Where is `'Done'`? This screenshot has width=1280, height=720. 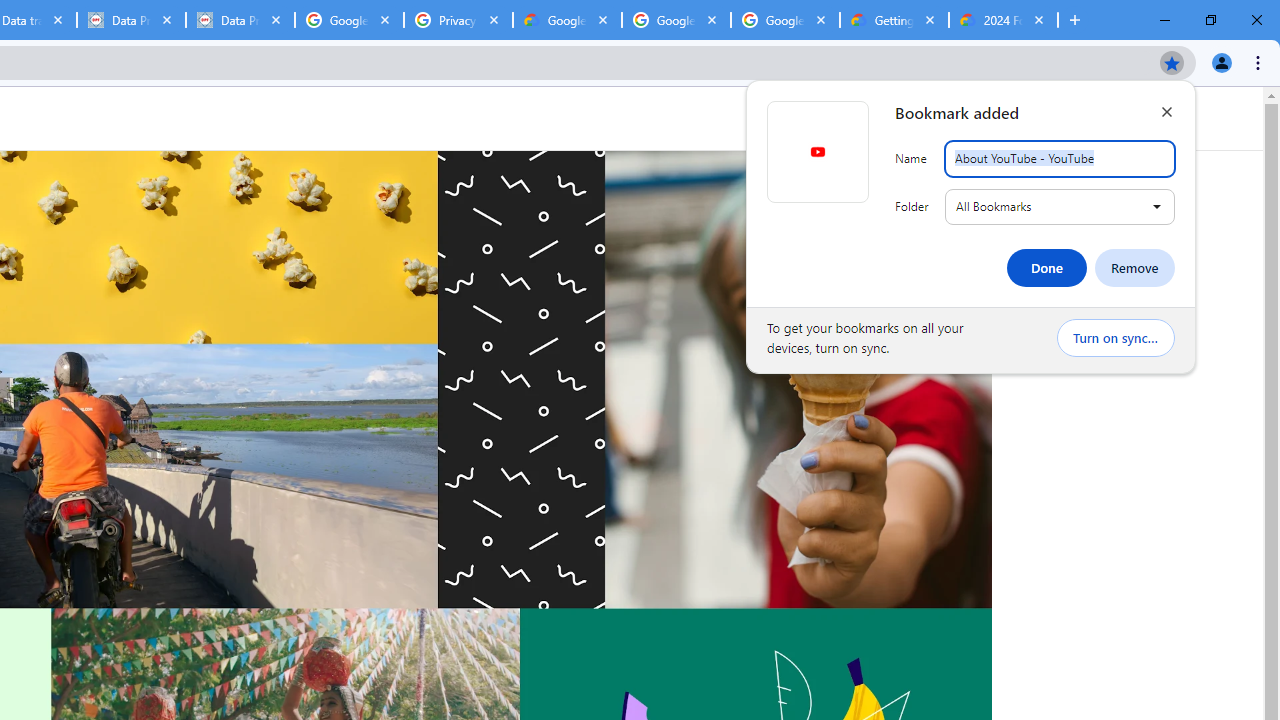
'Done' is located at coordinates (1046, 267).